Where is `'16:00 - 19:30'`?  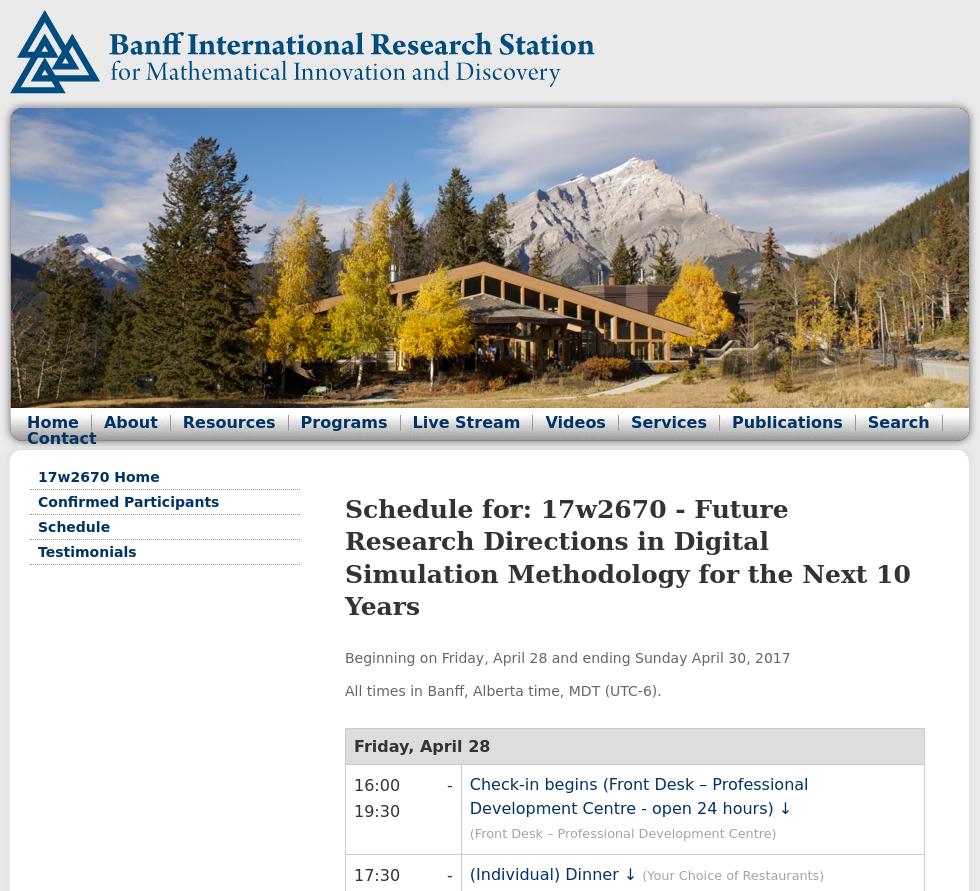
'16:00 - 19:30' is located at coordinates (353, 797).